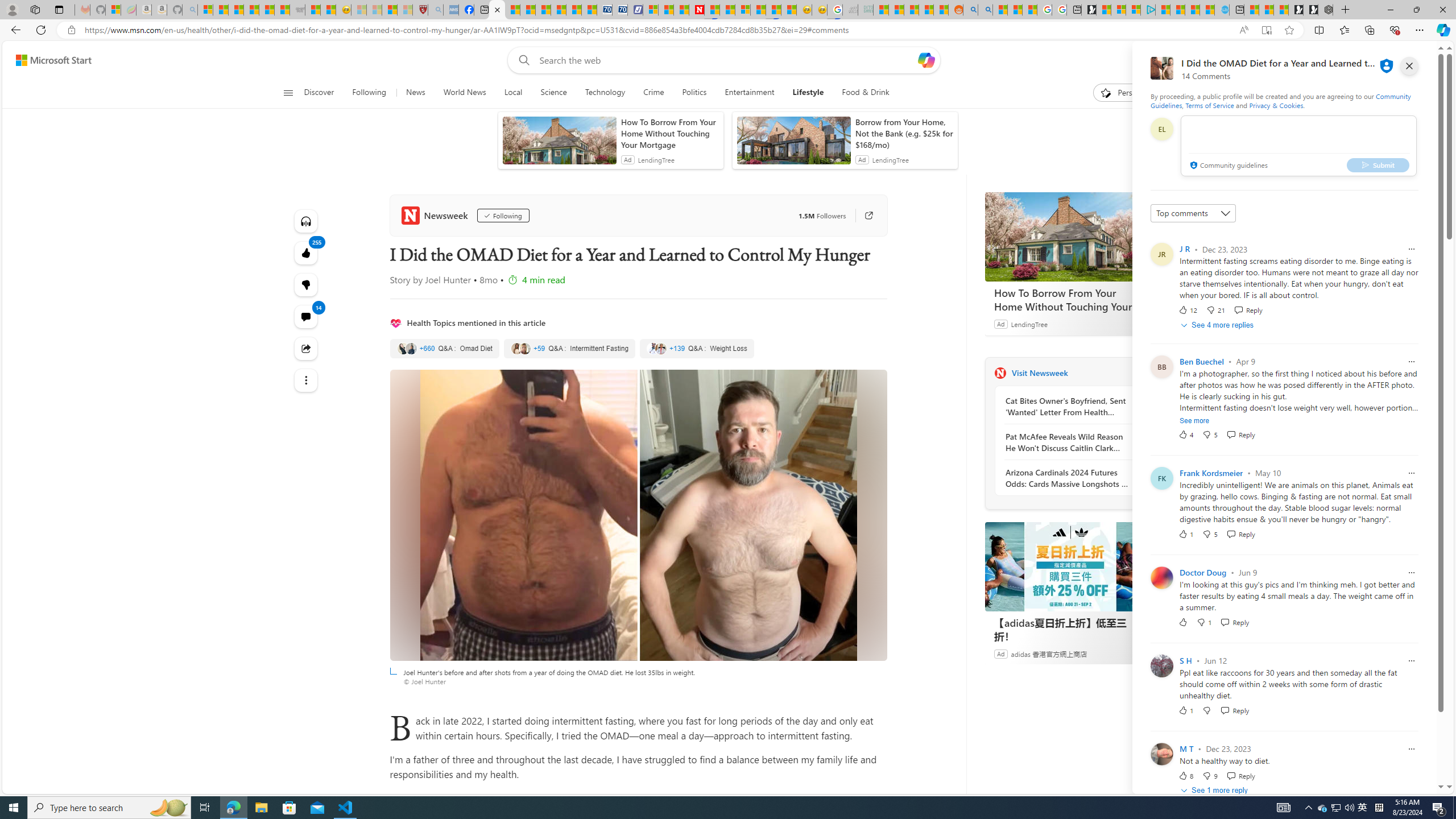 Image resolution: width=1456 pixels, height=819 pixels. What do you see at coordinates (863, 216) in the screenshot?
I see `'Go to publisher'` at bounding box center [863, 216].